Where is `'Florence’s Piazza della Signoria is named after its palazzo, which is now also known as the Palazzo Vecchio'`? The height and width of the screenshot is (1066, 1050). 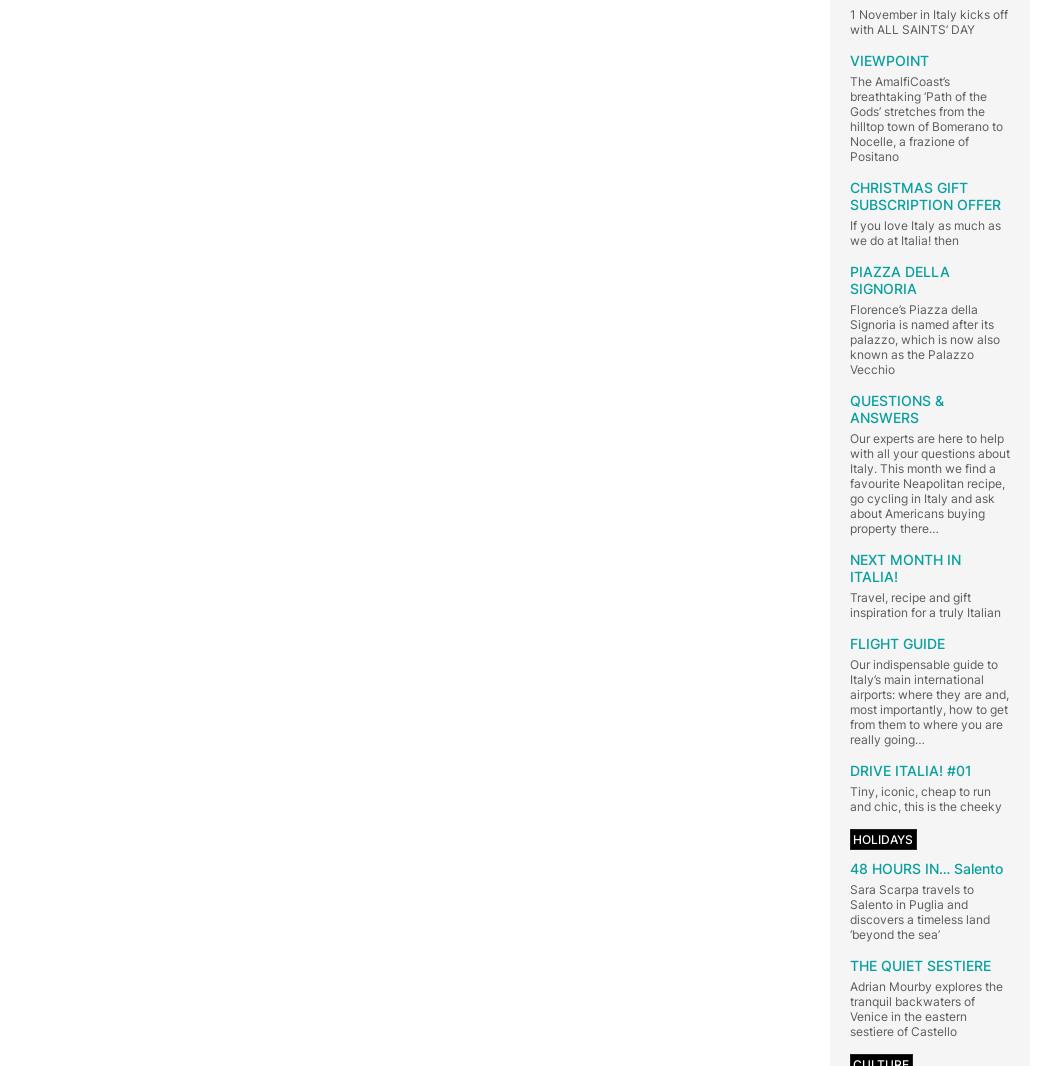 'Florence’s Piazza della Signoria is named after its palazzo, which is now also known as the Palazzo Vecchio' is located at coordinates (849, 338).